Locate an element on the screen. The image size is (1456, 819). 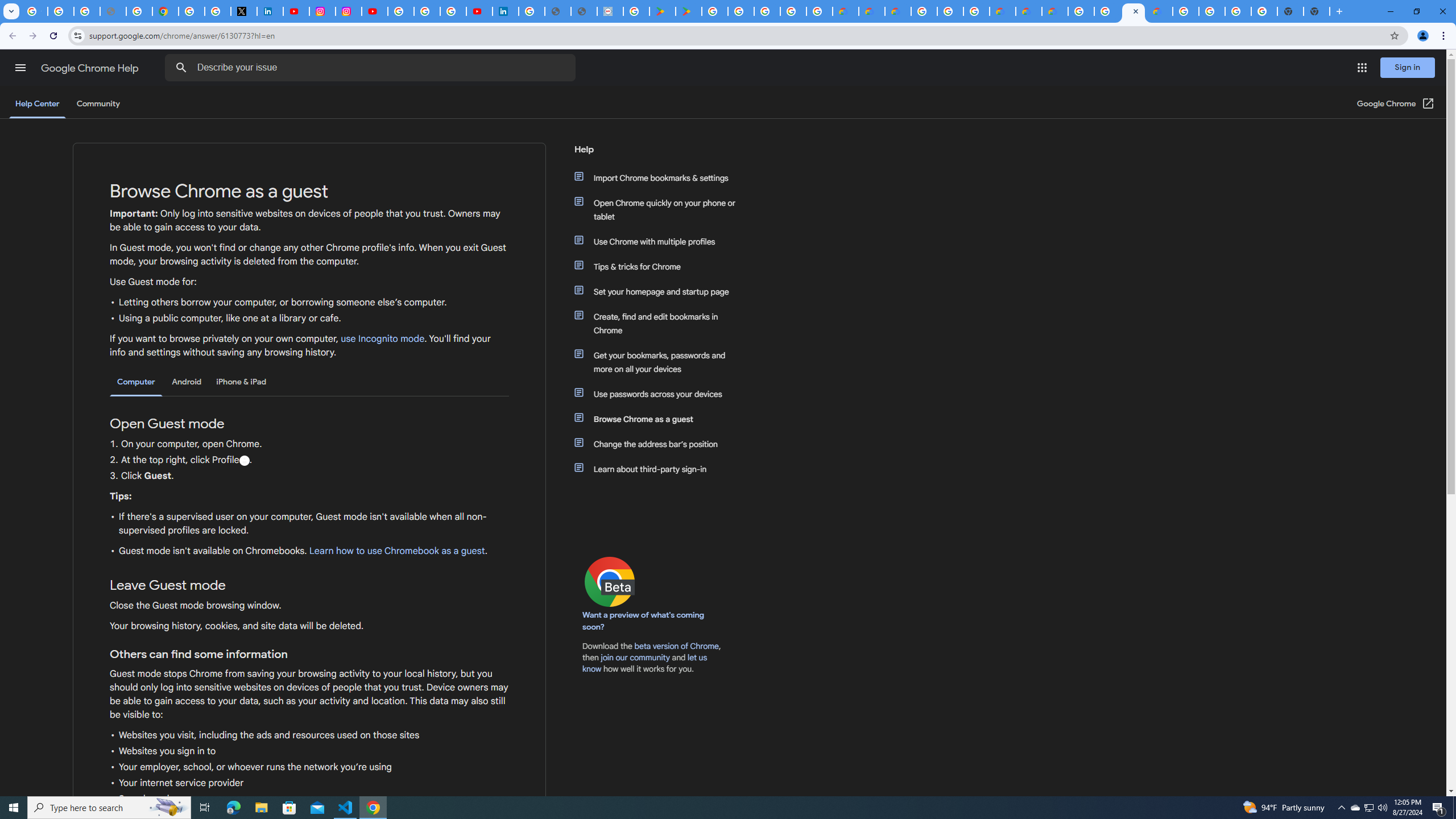
'iPhone & iPad' is located at coordinates (241, 381).